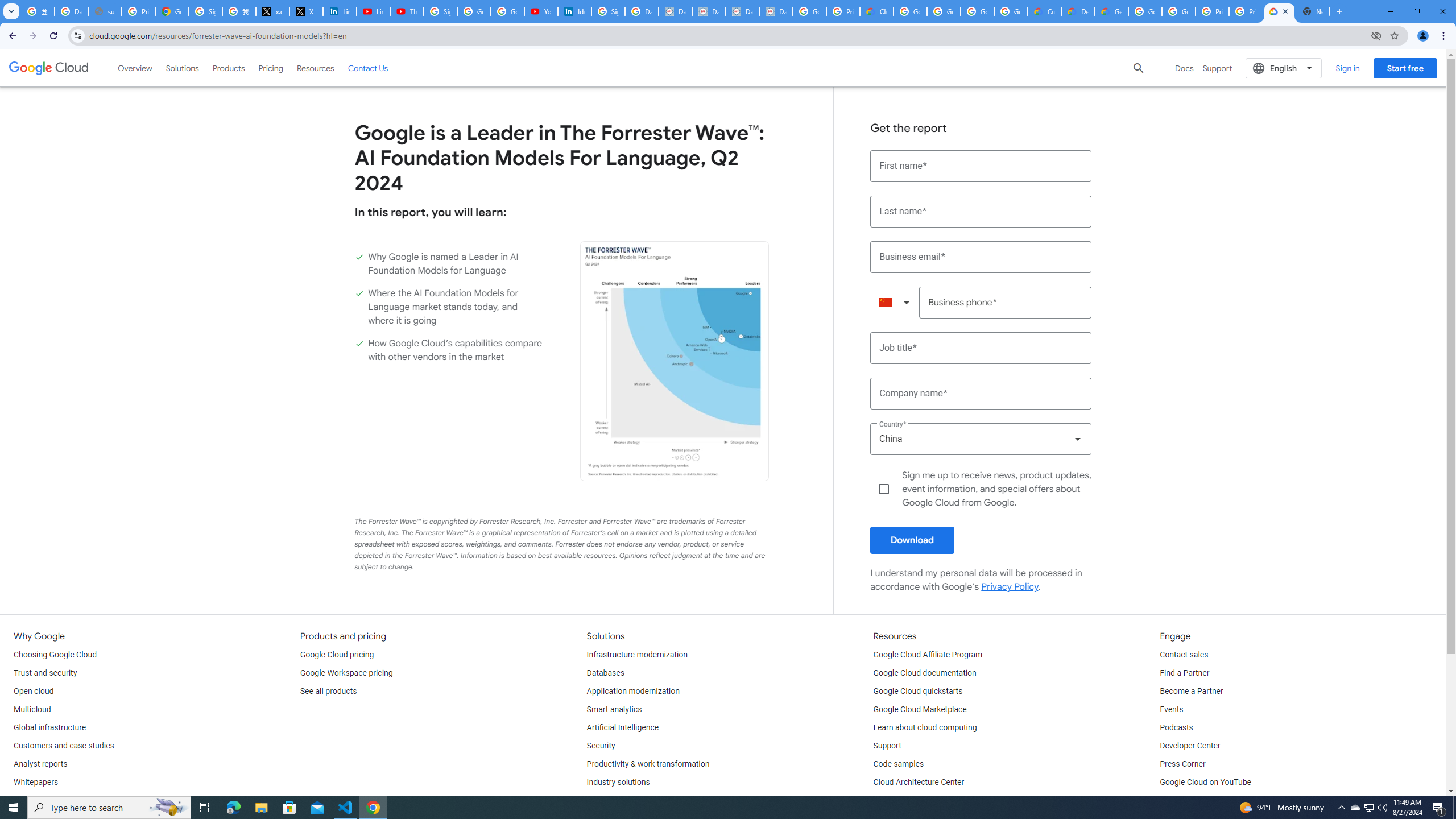 The height and width of the screenshot is (819, 1456). What do you see at coordinates (373, 11) in the screenshot?
I see `'LinkedIn - YouTube'` at bounding box center [373, 11].